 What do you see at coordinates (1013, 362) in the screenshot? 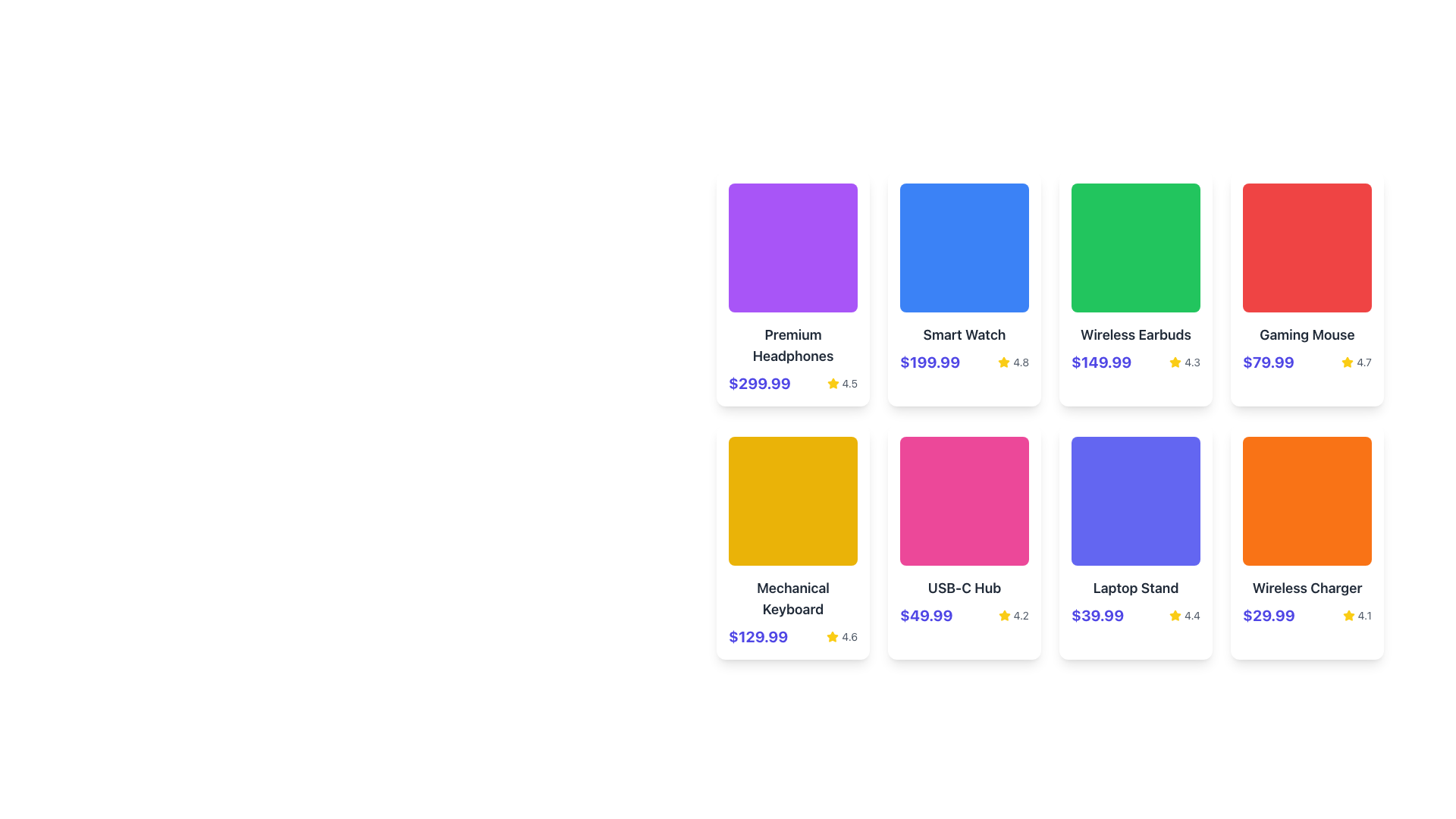
I see `the Rating display that shows the average user rating for the 'Smart Watch' product, located to the right of the price '$199.99' at the bottom-right of the card` at bounding box center [1013, 362].